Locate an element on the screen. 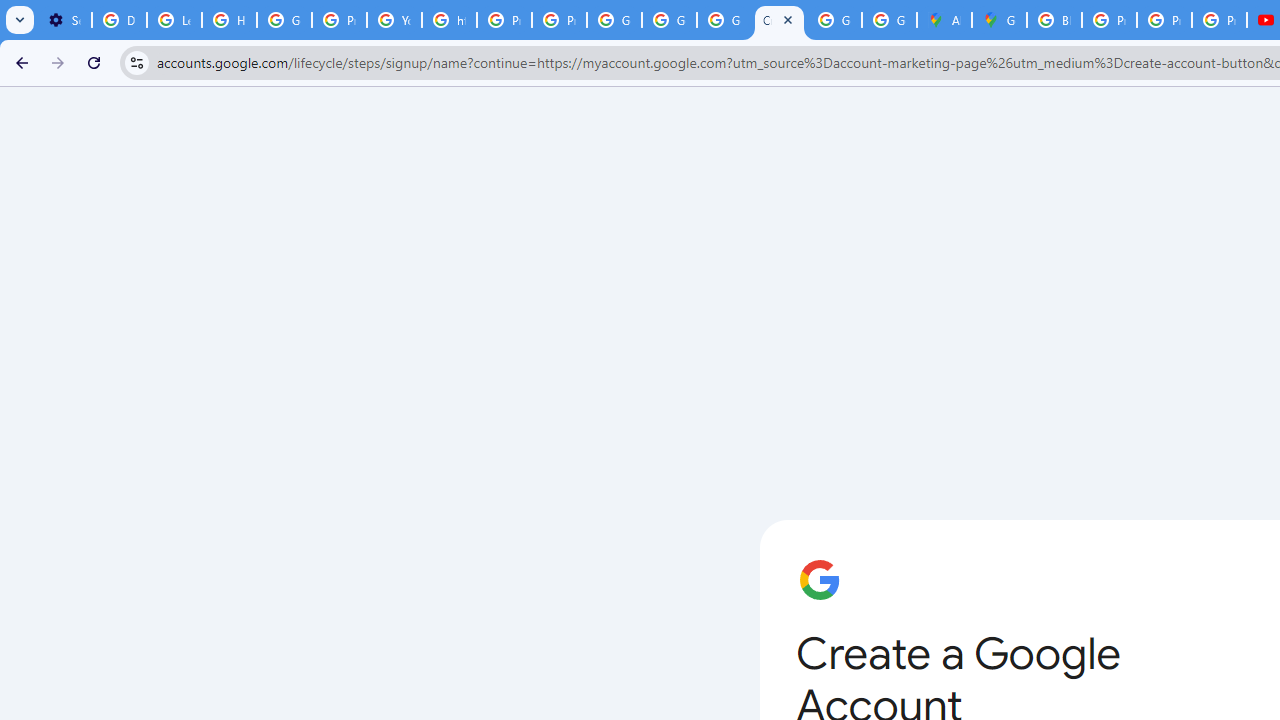 This screenshot has height=720, width=1280. 'Blogger Policies and Guidelines - Transparency Center' is located at coordinates (1053, 20).